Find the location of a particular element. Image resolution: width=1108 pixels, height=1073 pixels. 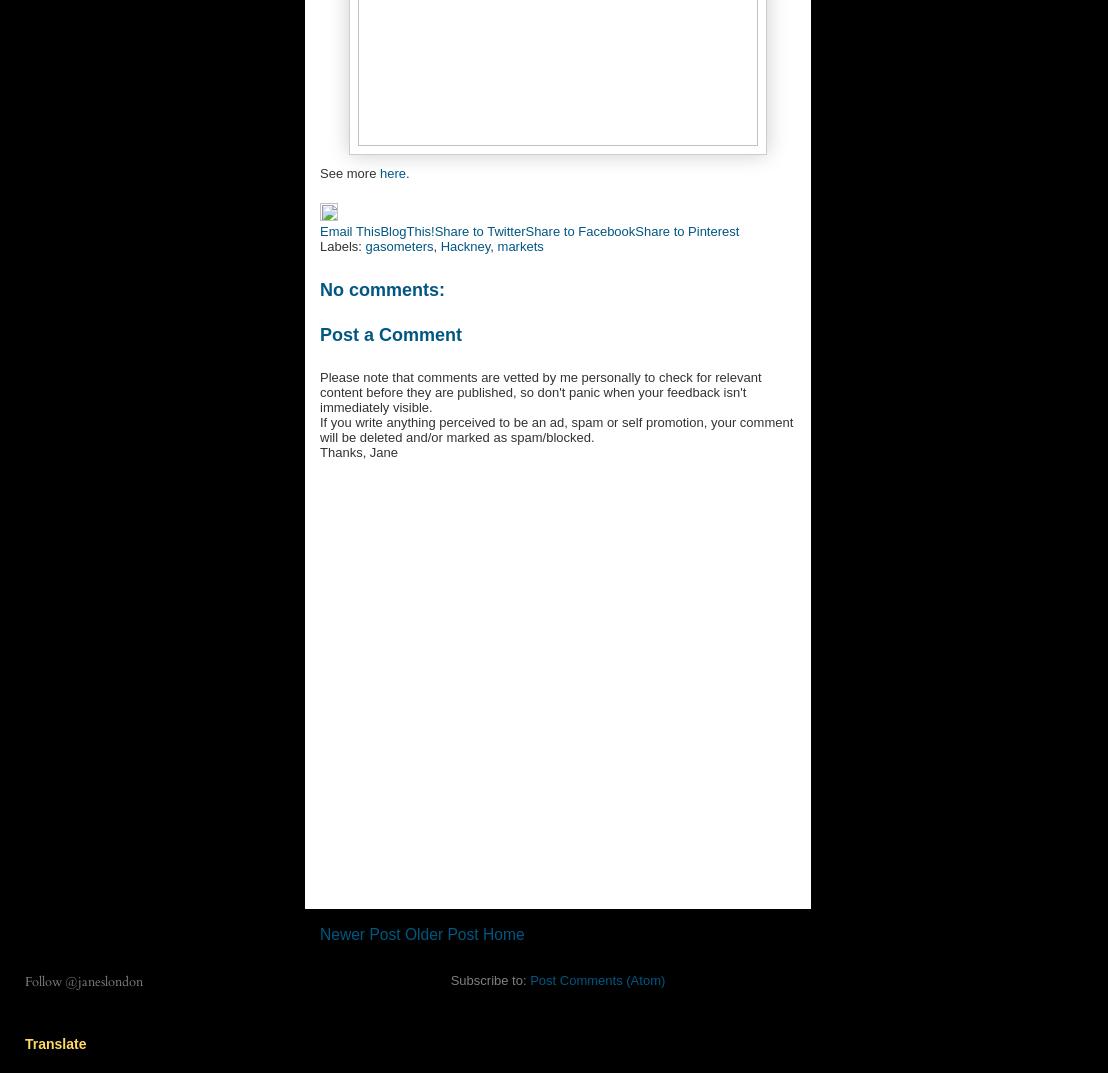

'BlogThis!' is located at coordinates (406, 230).